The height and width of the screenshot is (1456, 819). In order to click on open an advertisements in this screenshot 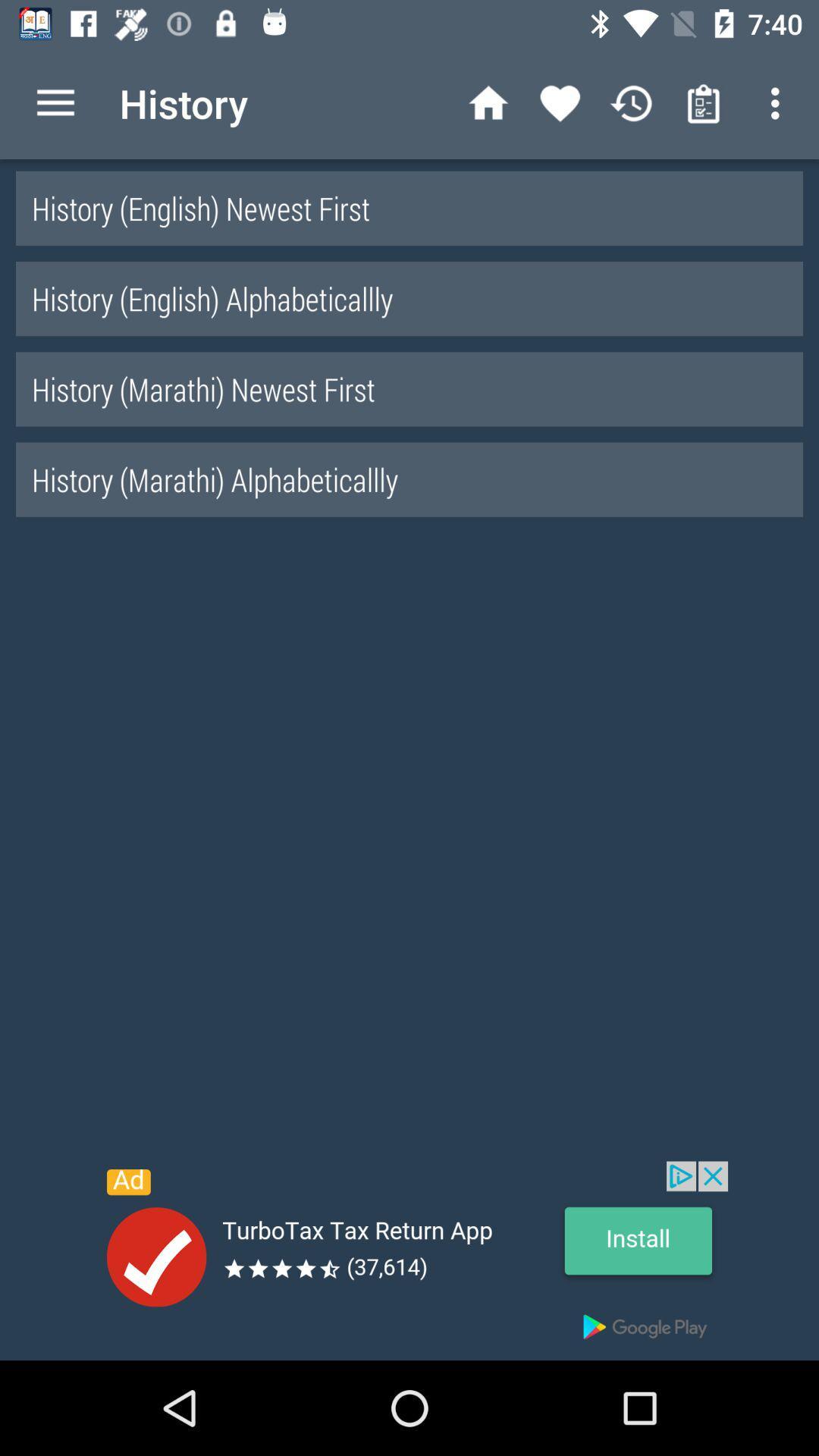, I will do `click(409, 1260)`.